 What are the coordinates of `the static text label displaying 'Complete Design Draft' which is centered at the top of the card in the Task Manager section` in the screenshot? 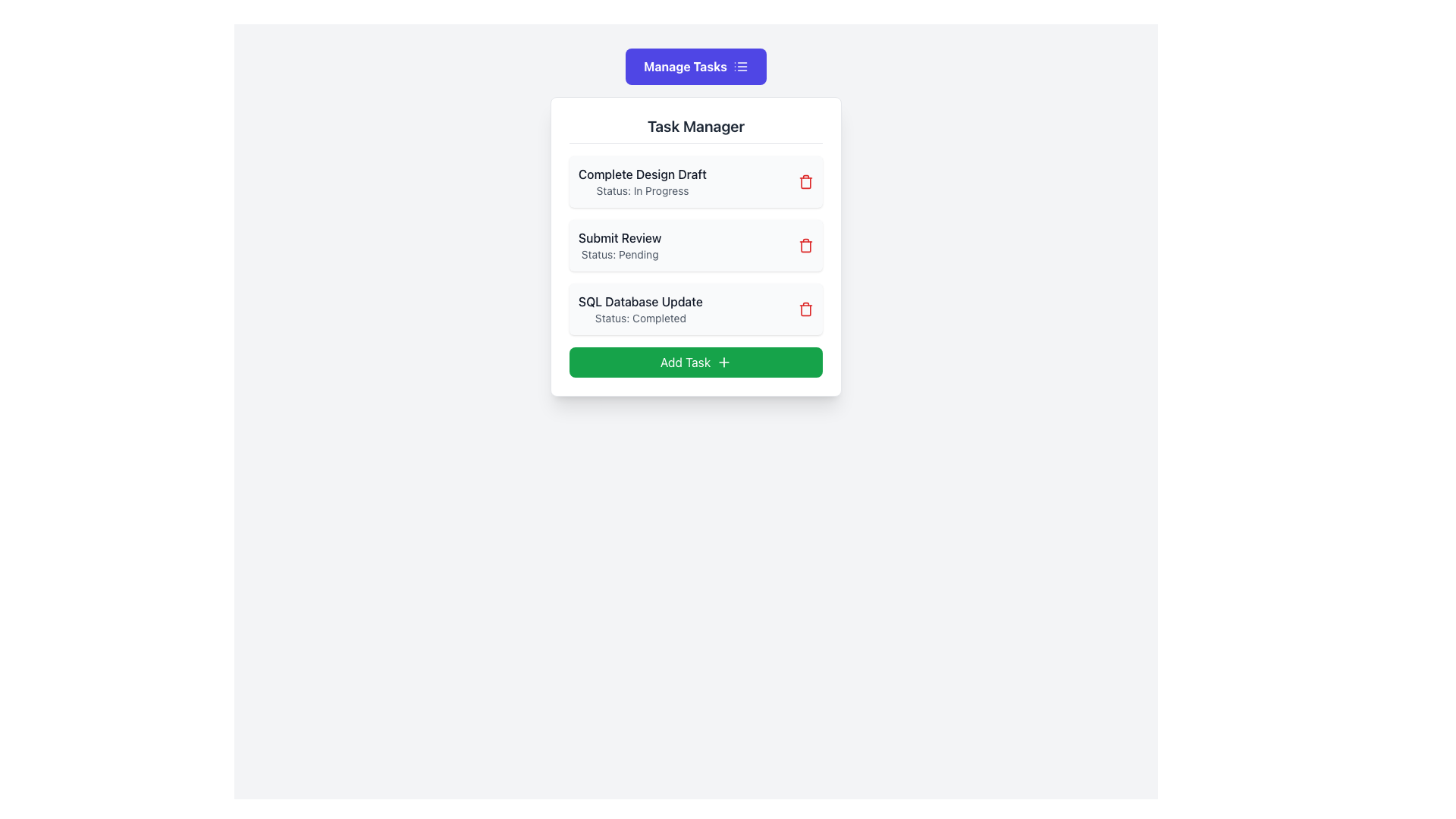 It's located at (642, 174).